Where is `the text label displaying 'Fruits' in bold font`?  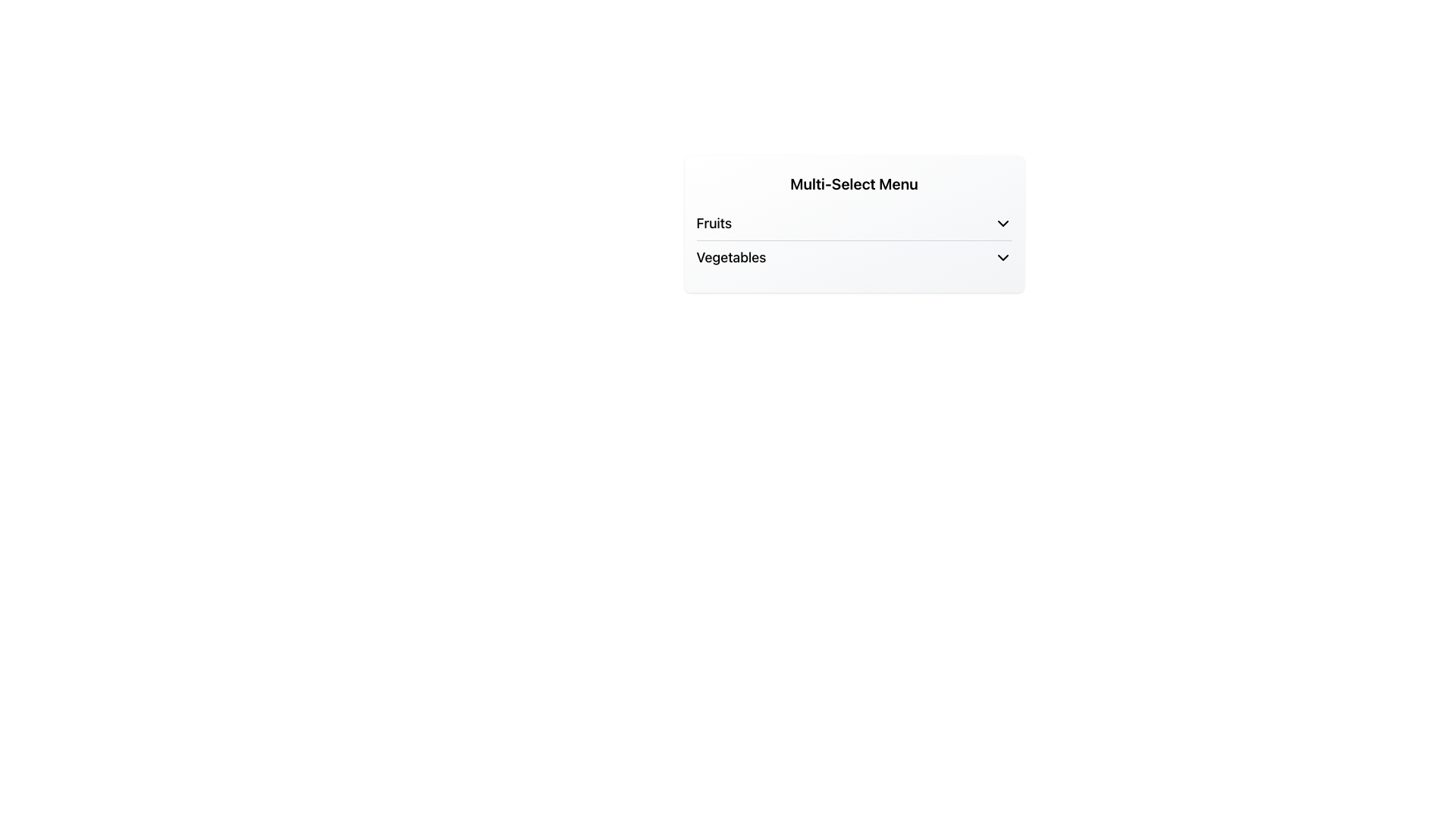 the text label displaying 'Fruits' in bold font is located at coordinates (713, 223).